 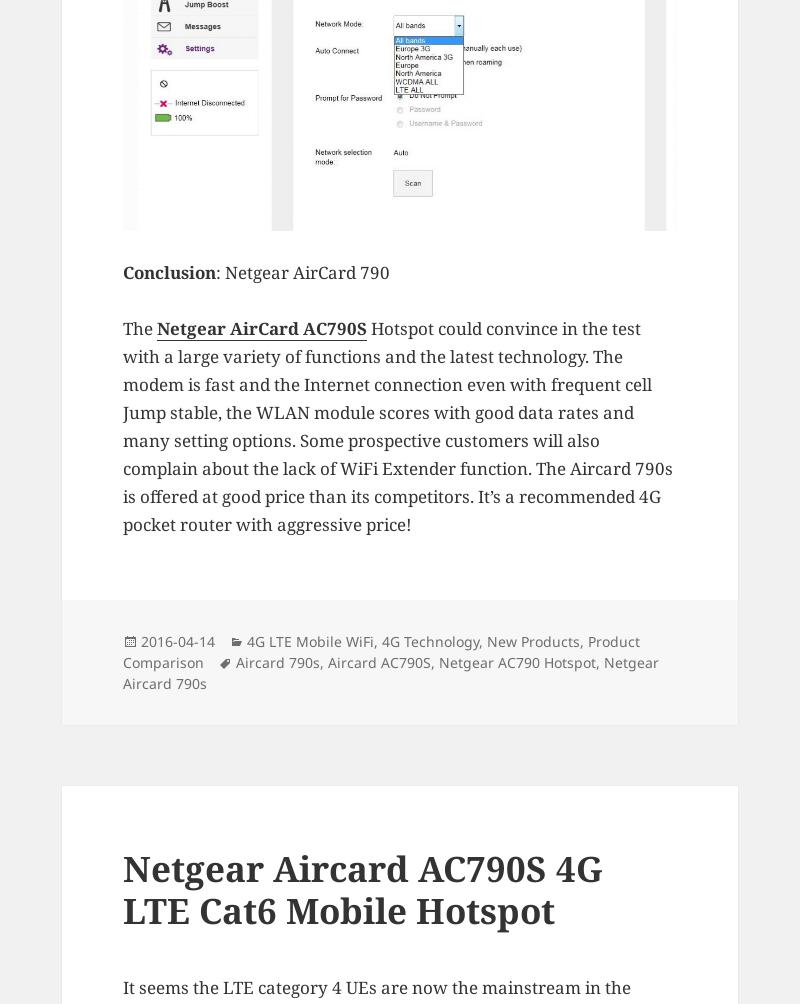 What do you see at coordinates (309, 639) in the screenshot?
I see `'4G LTE Mobile WiFi'` at bounding box center [309, 639].